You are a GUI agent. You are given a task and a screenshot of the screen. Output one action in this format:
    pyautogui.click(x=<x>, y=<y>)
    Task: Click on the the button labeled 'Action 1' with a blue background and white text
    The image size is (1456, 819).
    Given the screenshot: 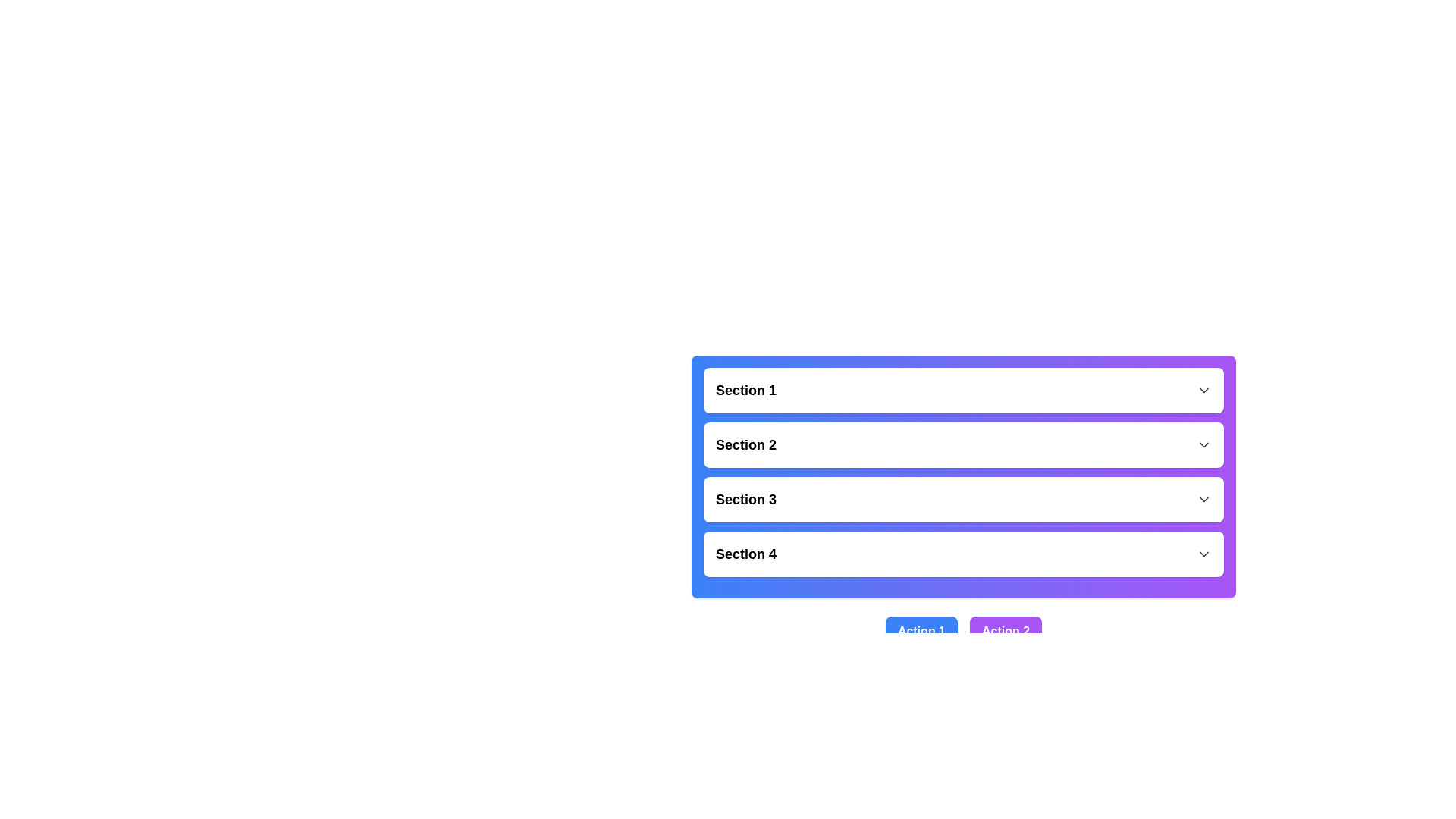 What is the action you would take?
    pyautogui.click(x=921, y=632)
    